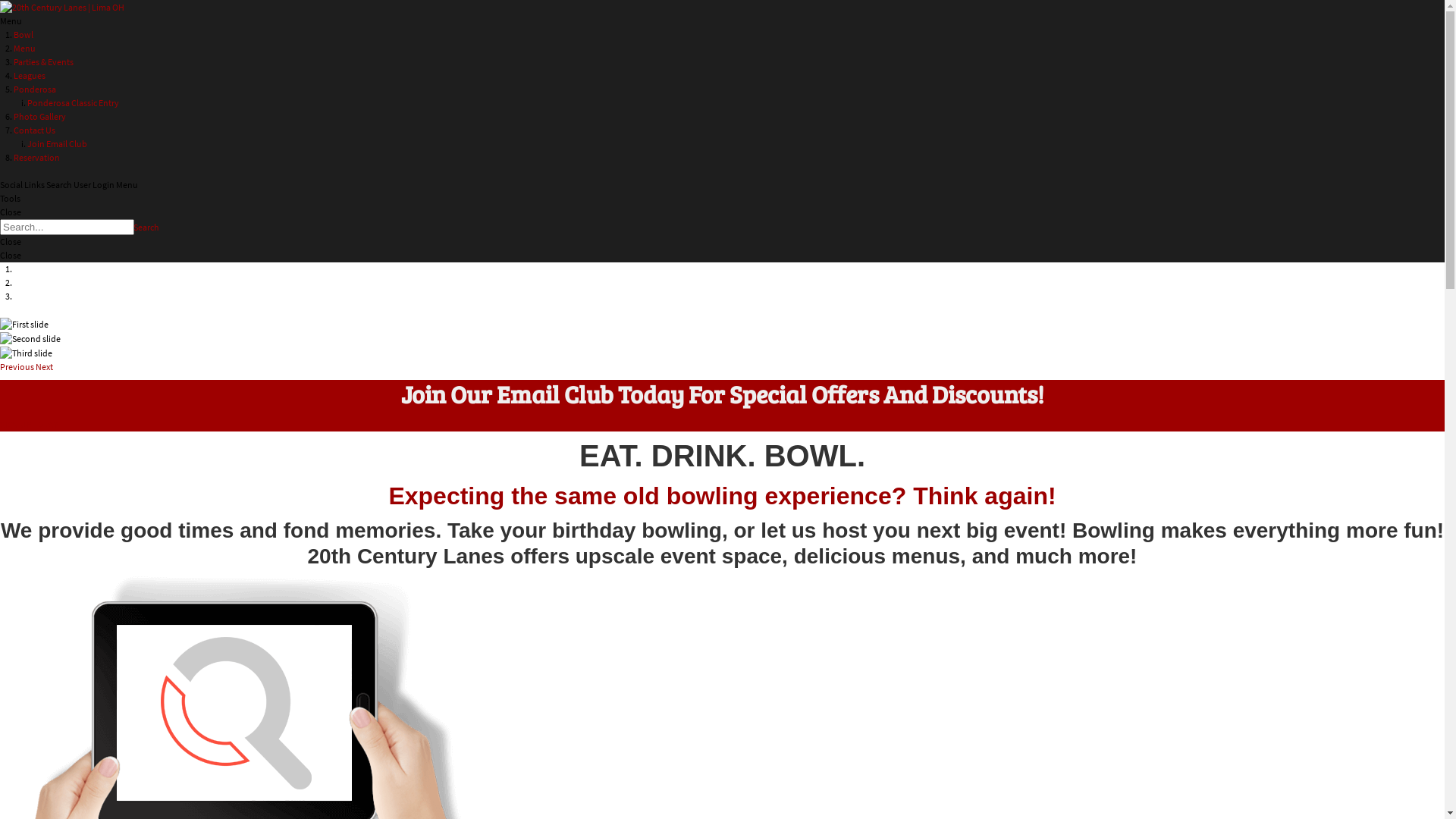 The width and height of the screenshot is (1456, 819). What do you see at coordinates (44, 366) in the screenshot?
I see `'Next'` at bounding box center [44, 366].